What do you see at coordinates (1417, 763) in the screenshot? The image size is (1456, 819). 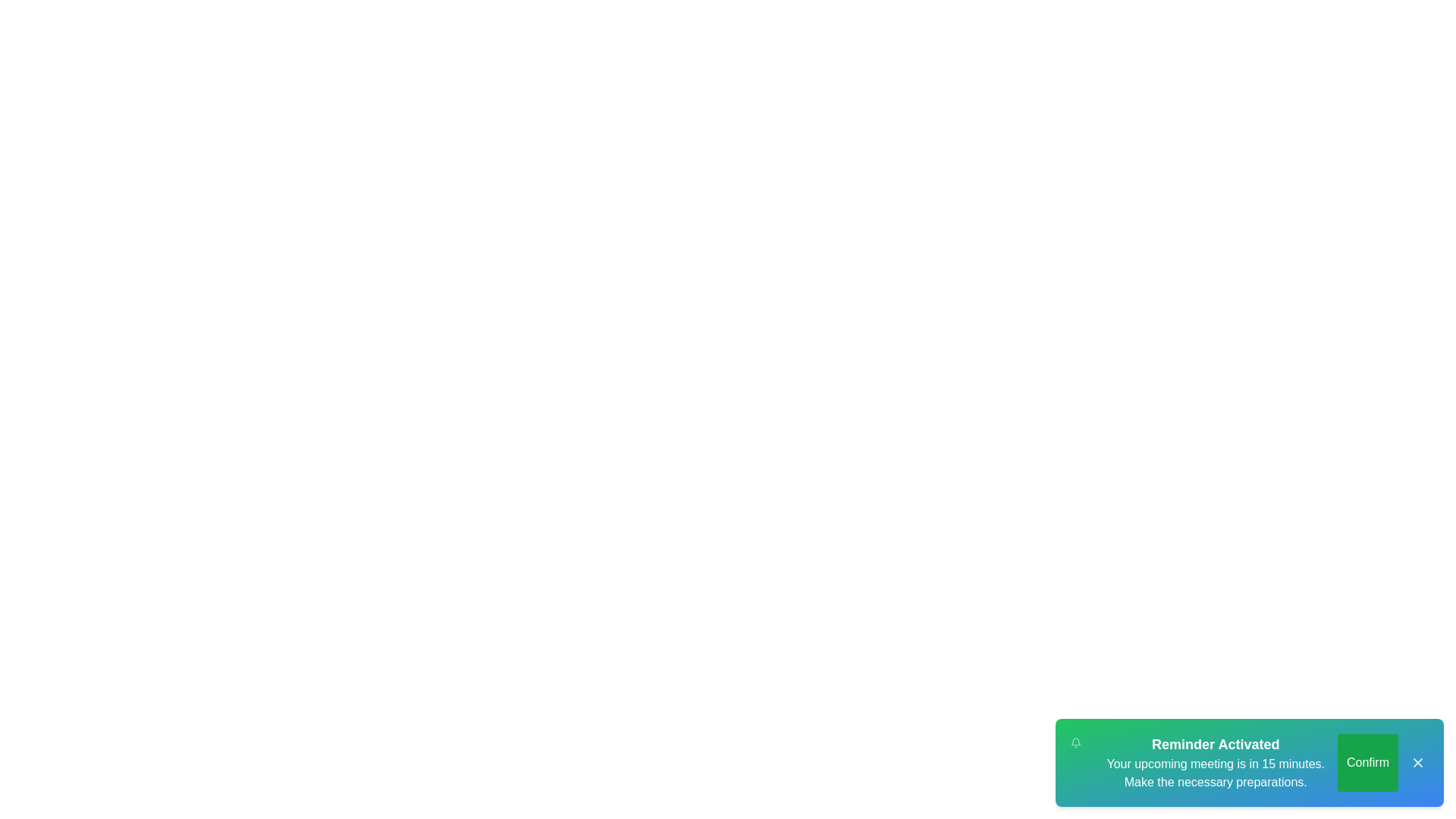 I see `the close button to dismiss the snackbar` at bounding box center [1417, 763].